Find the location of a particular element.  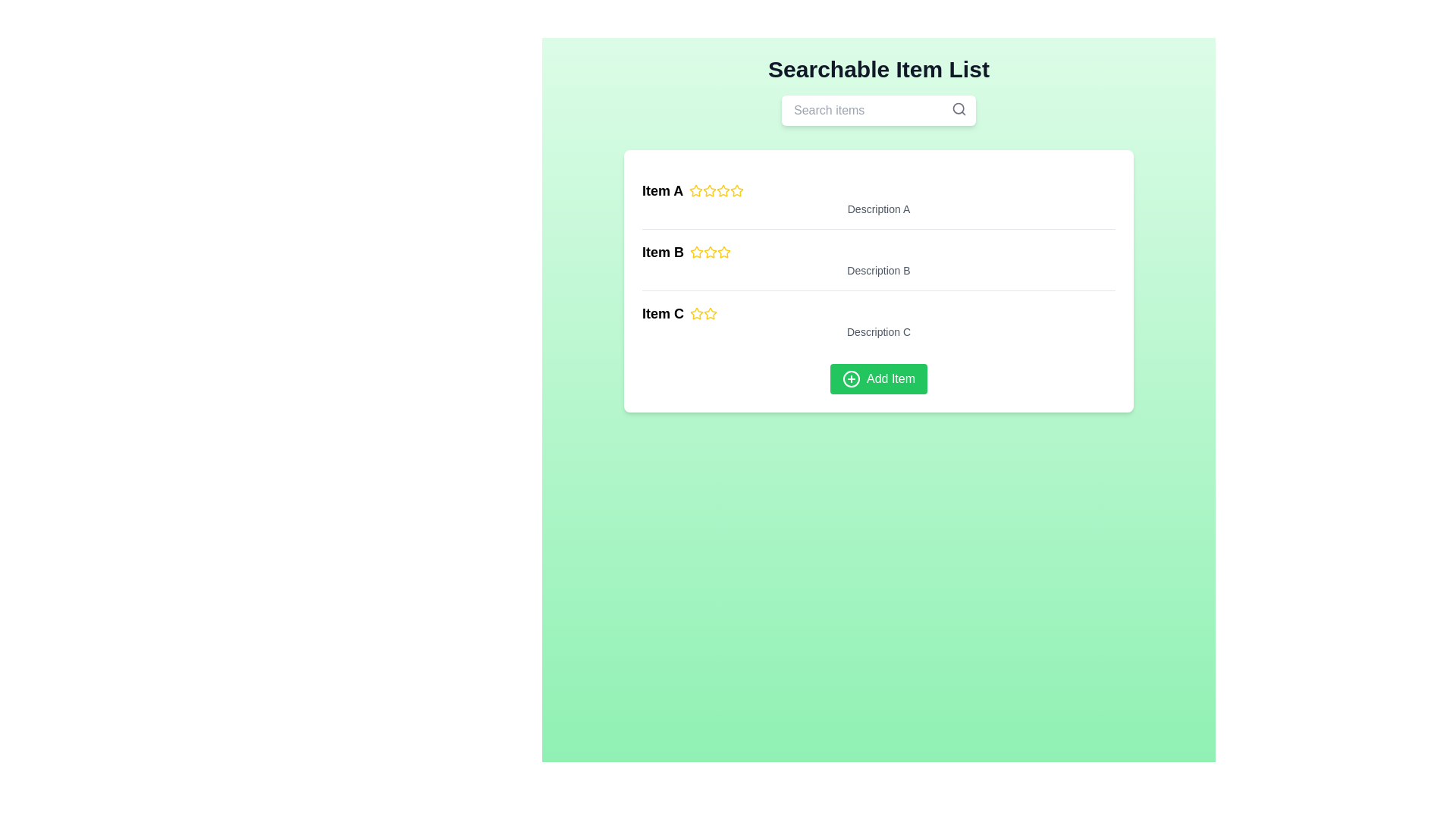

the second star icon in the rating section of 'Item B' is located at coordinates (709, 251).